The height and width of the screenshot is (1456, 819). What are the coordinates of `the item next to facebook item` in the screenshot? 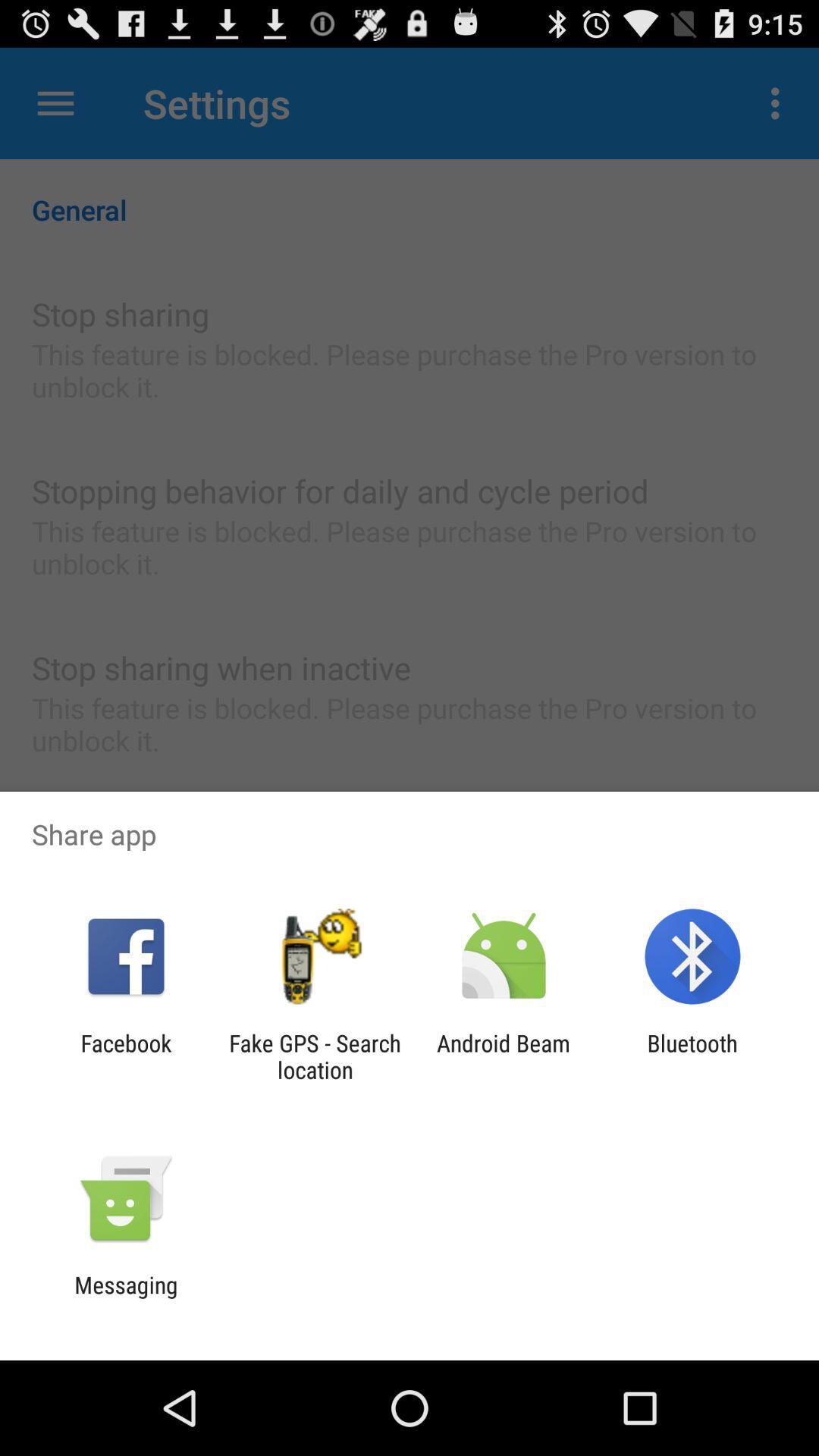 It's located at (314, 1056).